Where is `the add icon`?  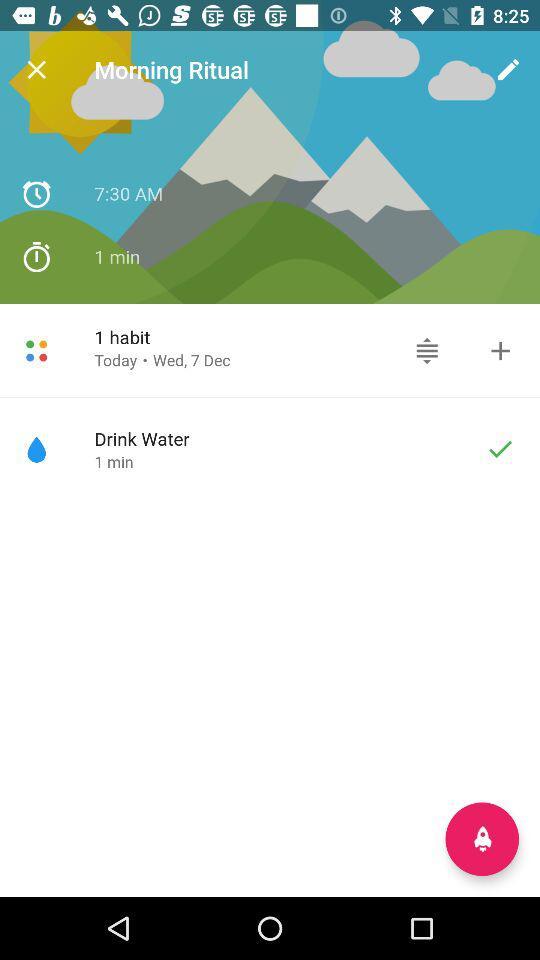 the add icon is located at coordinates (499, 350).